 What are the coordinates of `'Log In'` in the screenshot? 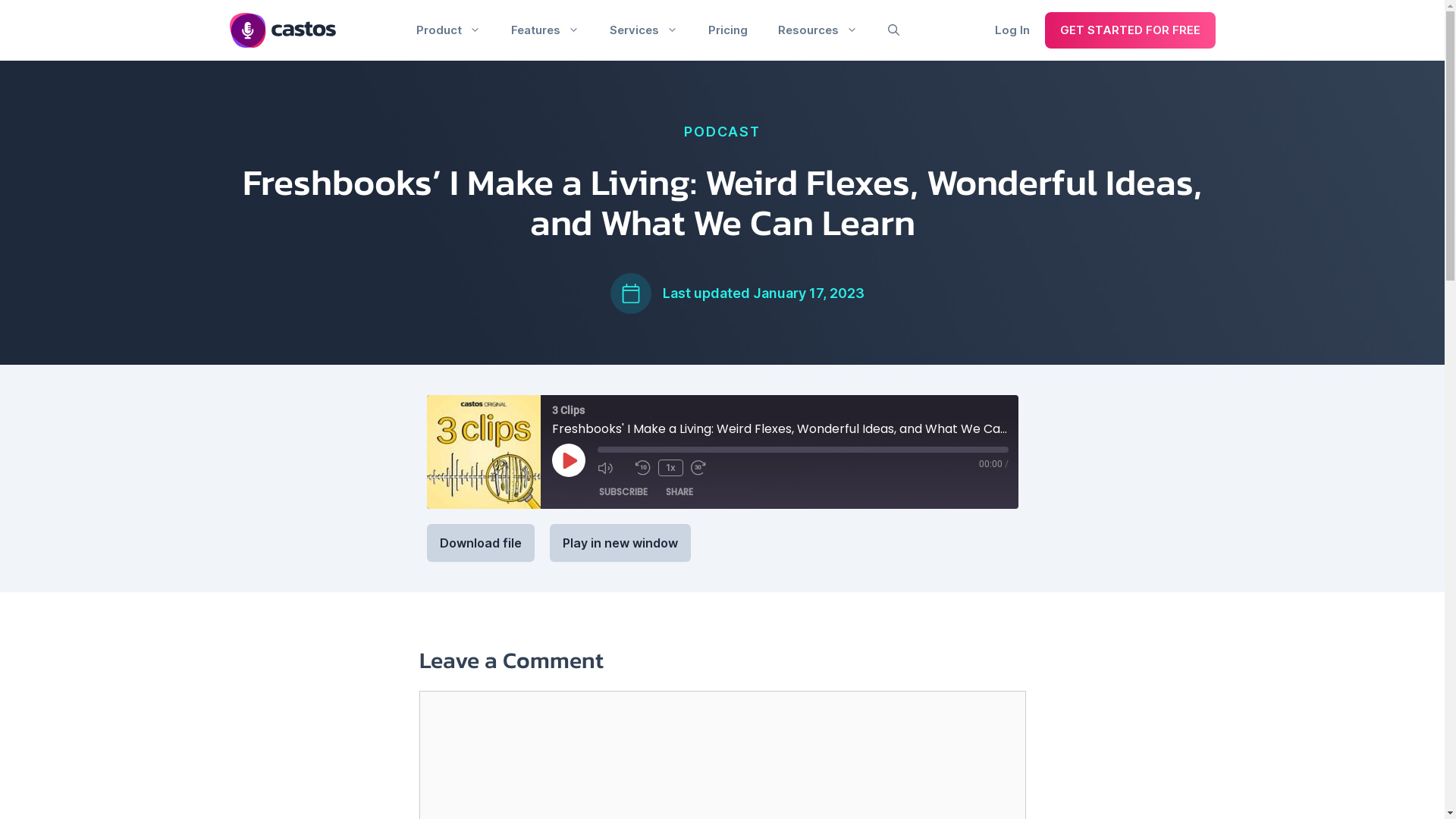 It's located at (1012, 30).